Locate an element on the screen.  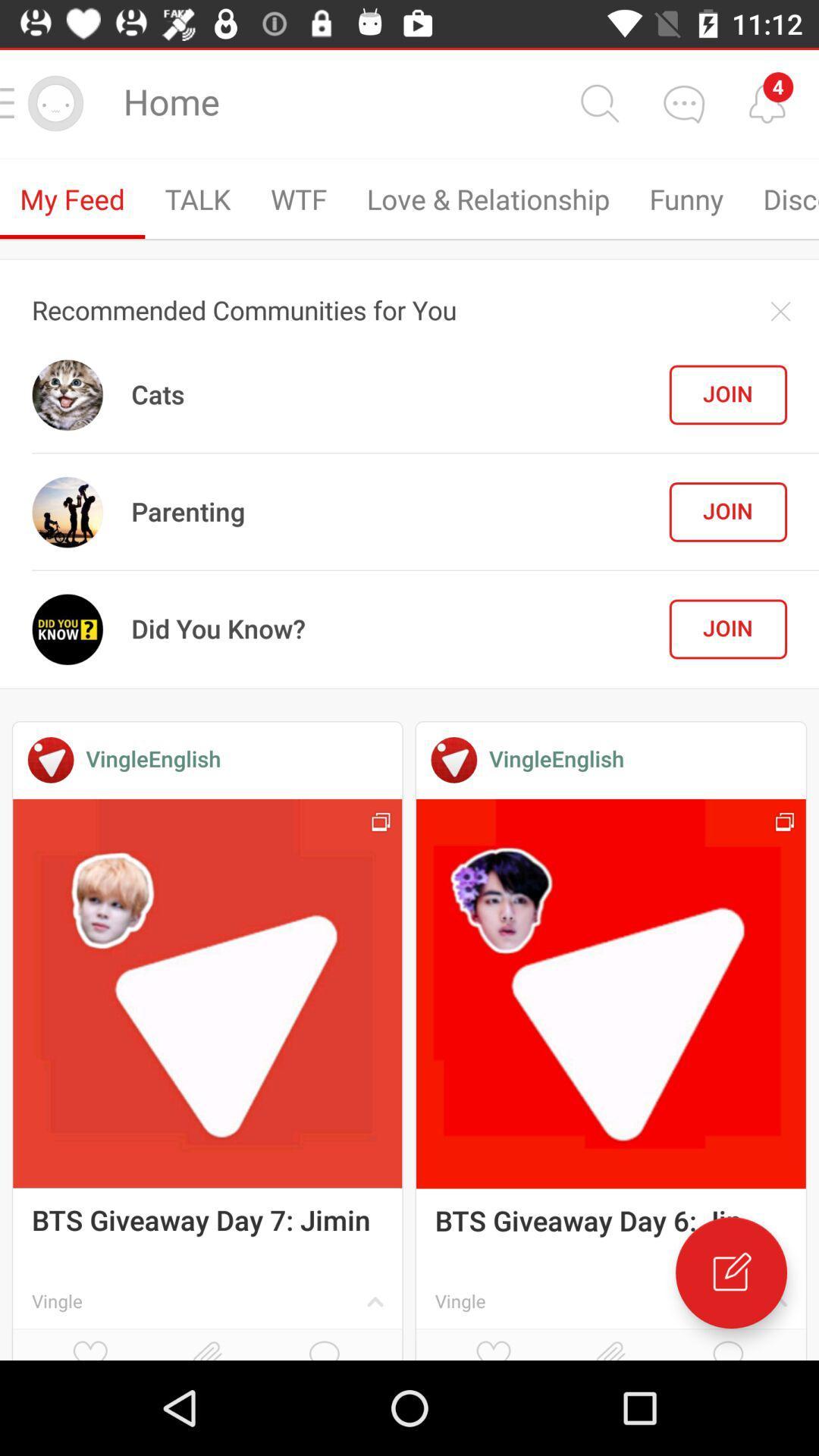
the edit icon is located at coordinates (730, 1272).